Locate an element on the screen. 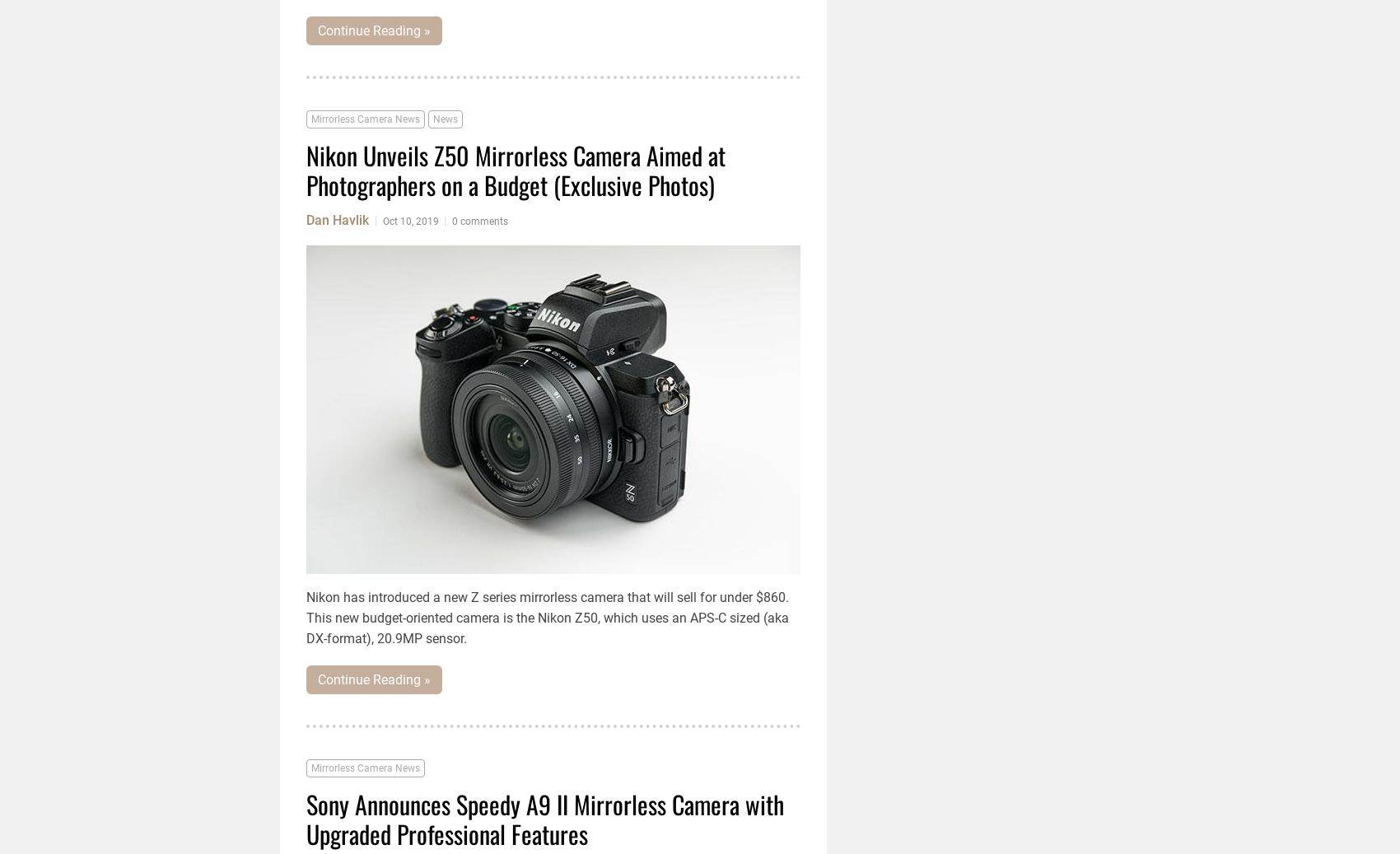  'Nikon Unveils Z50 Mirrorless Camera Aimed at Photographers on a Budget (Exclusive Photos)' is located at coordinates (515, 169).